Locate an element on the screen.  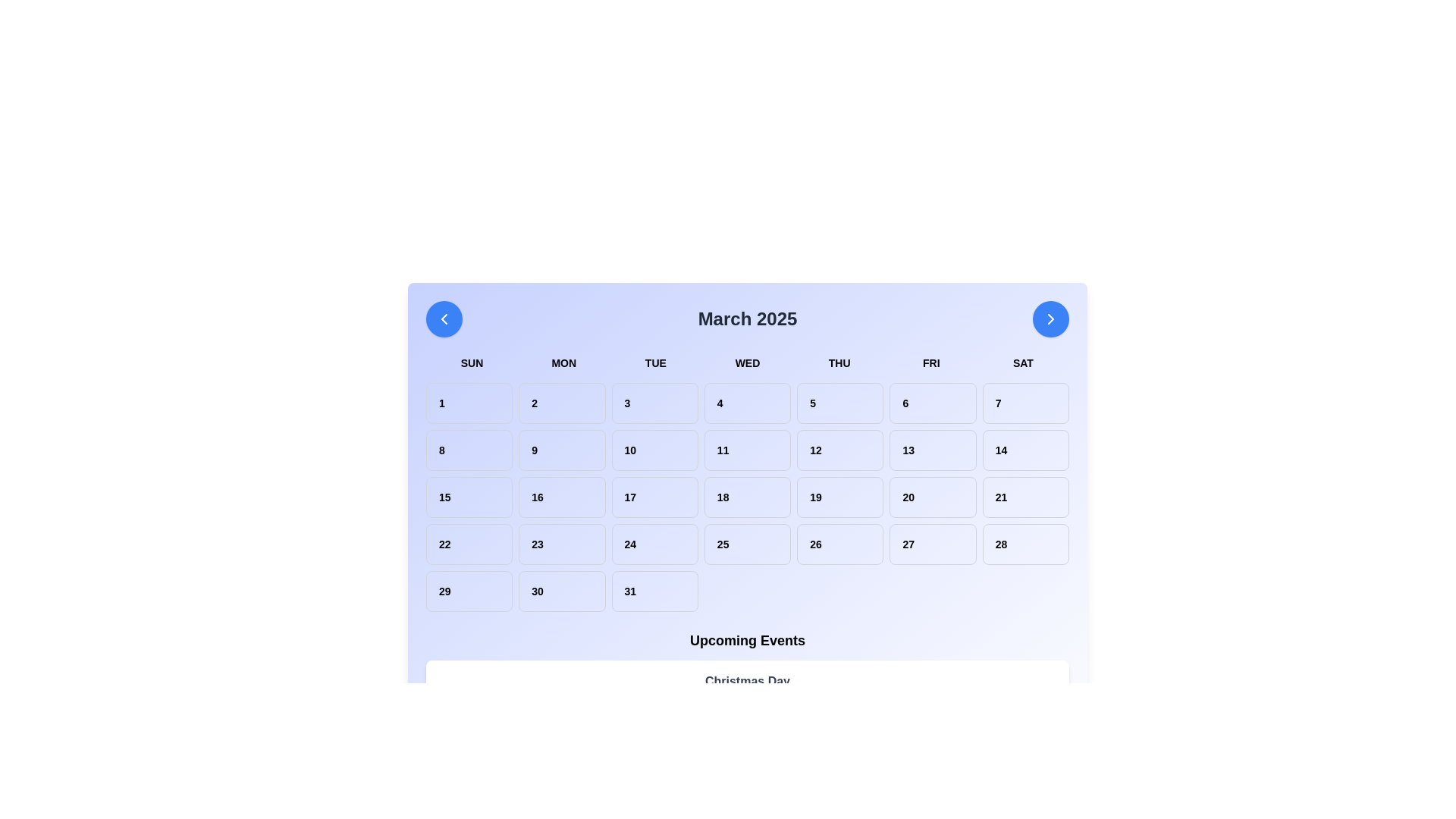
the button displaying the number '28' in the Saturday column of the March 2025 calendar is located at coordinates (1025, 543).